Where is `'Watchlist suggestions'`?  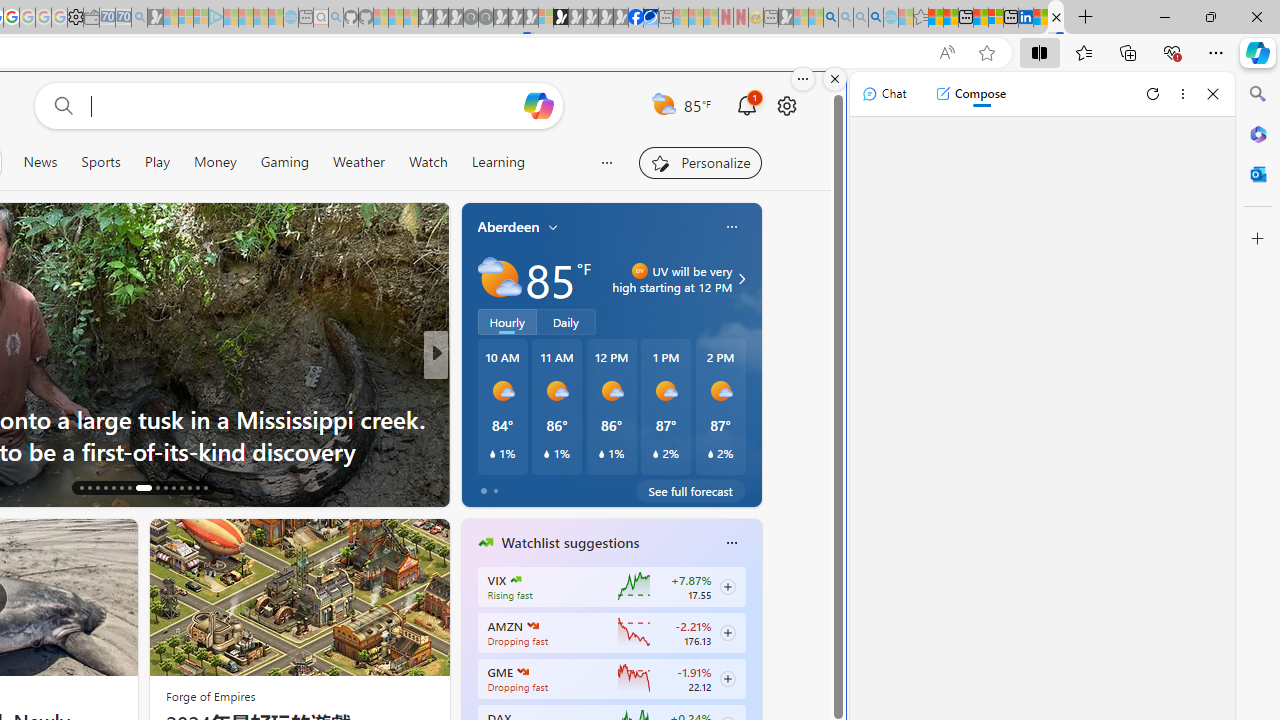 'Watchlist suggestions' is located at coordinates (569, 543).